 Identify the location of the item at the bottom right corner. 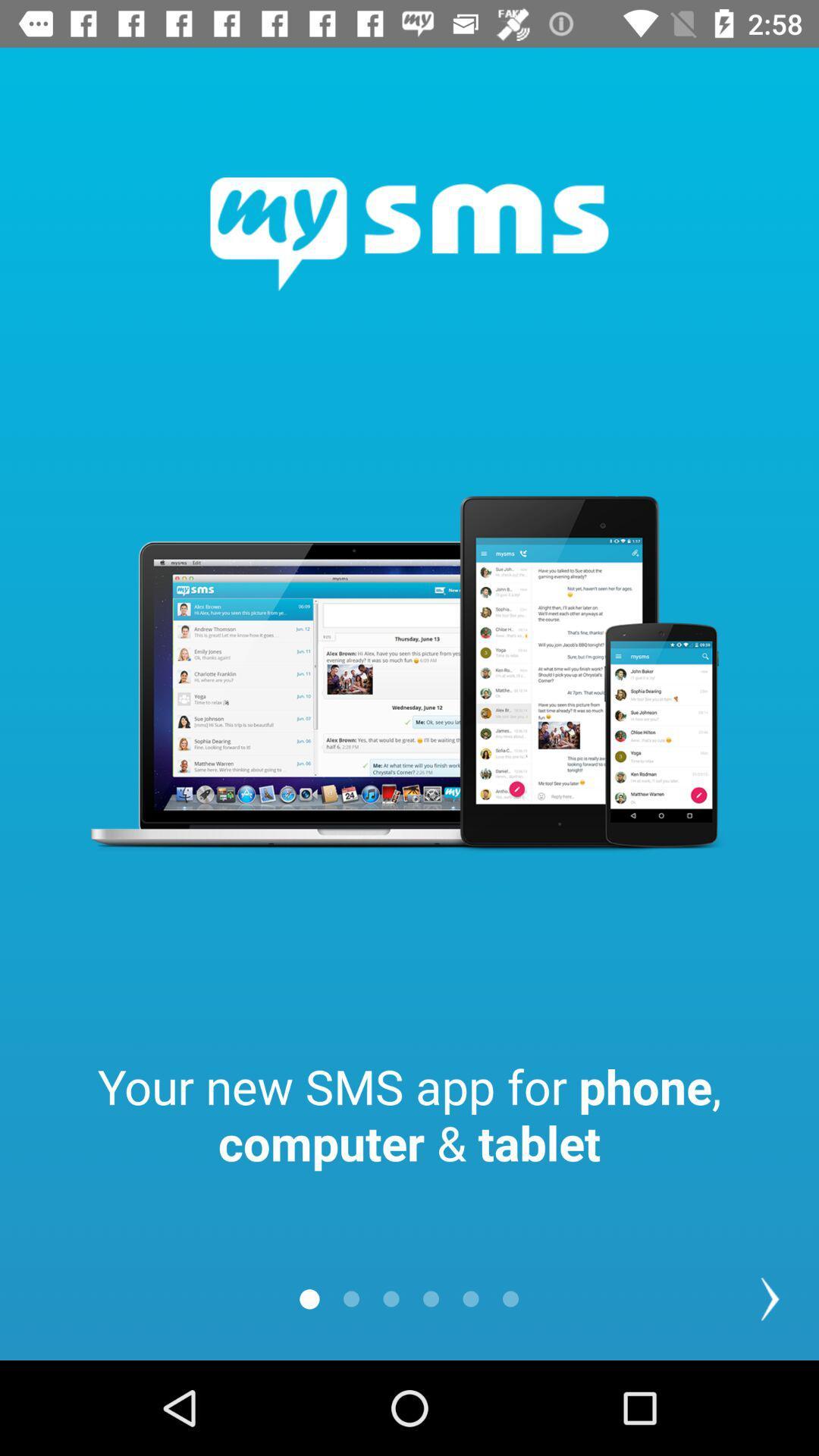
(770, 1298).